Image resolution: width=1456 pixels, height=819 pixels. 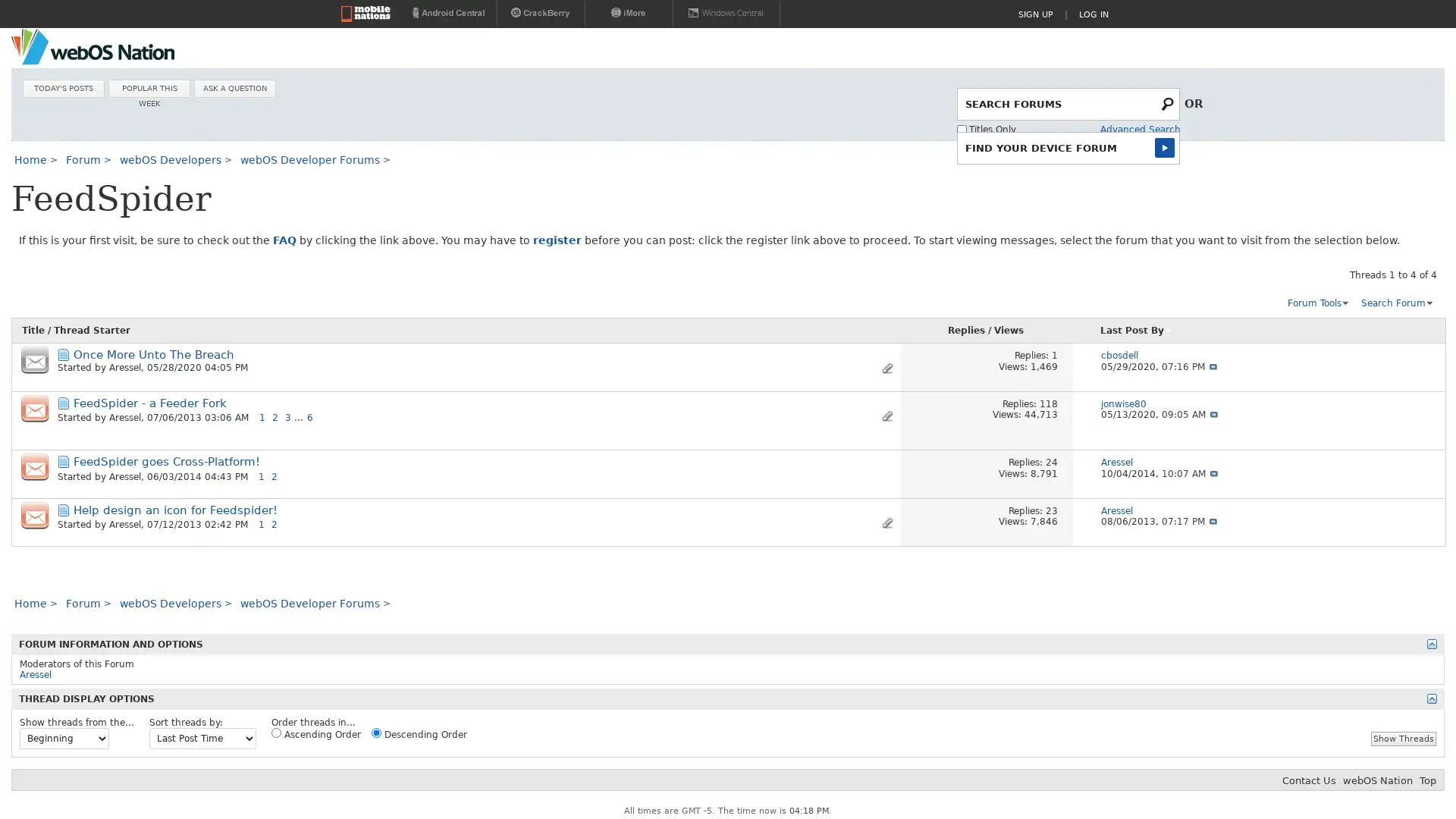 What do you see at coordinates (1403, 737) in the screenshot?
I see `Show Threads` at bounding box center [1403, 737].